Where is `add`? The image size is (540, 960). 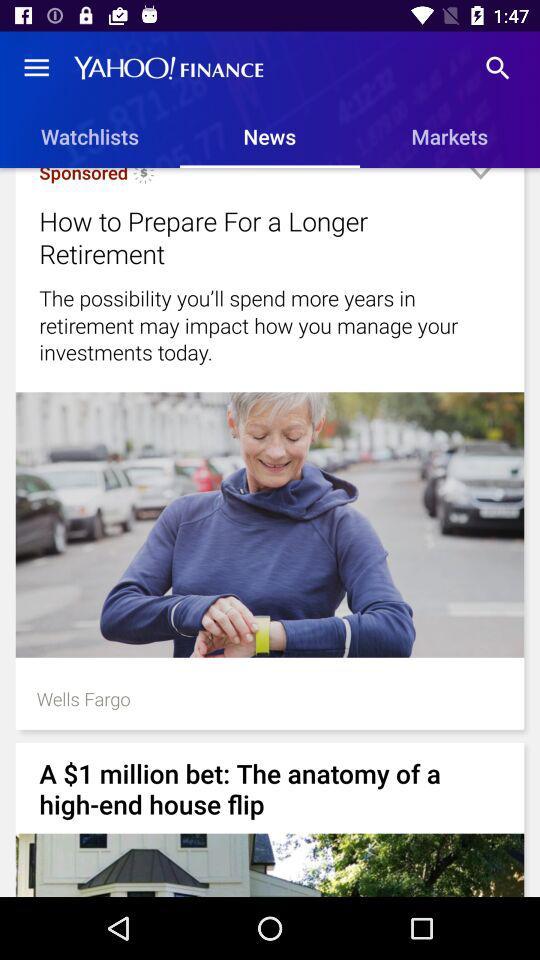 add is located at coordinates (479, 181).